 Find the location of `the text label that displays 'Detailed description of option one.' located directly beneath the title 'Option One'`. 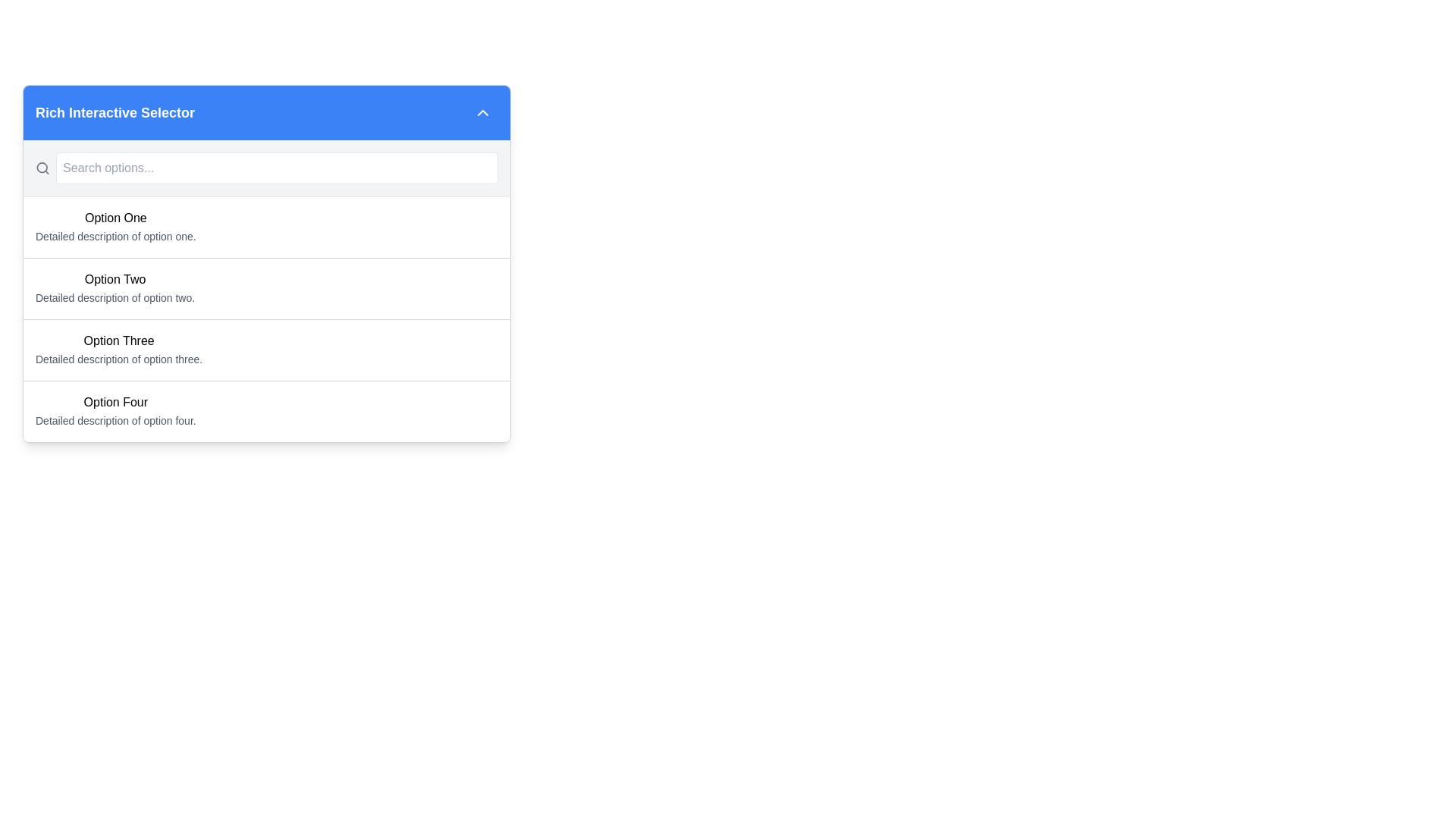

the text label that displays 'Detailed description of option one.' located directly beneath the title 'Option One' is located at coordinates (115, 237).